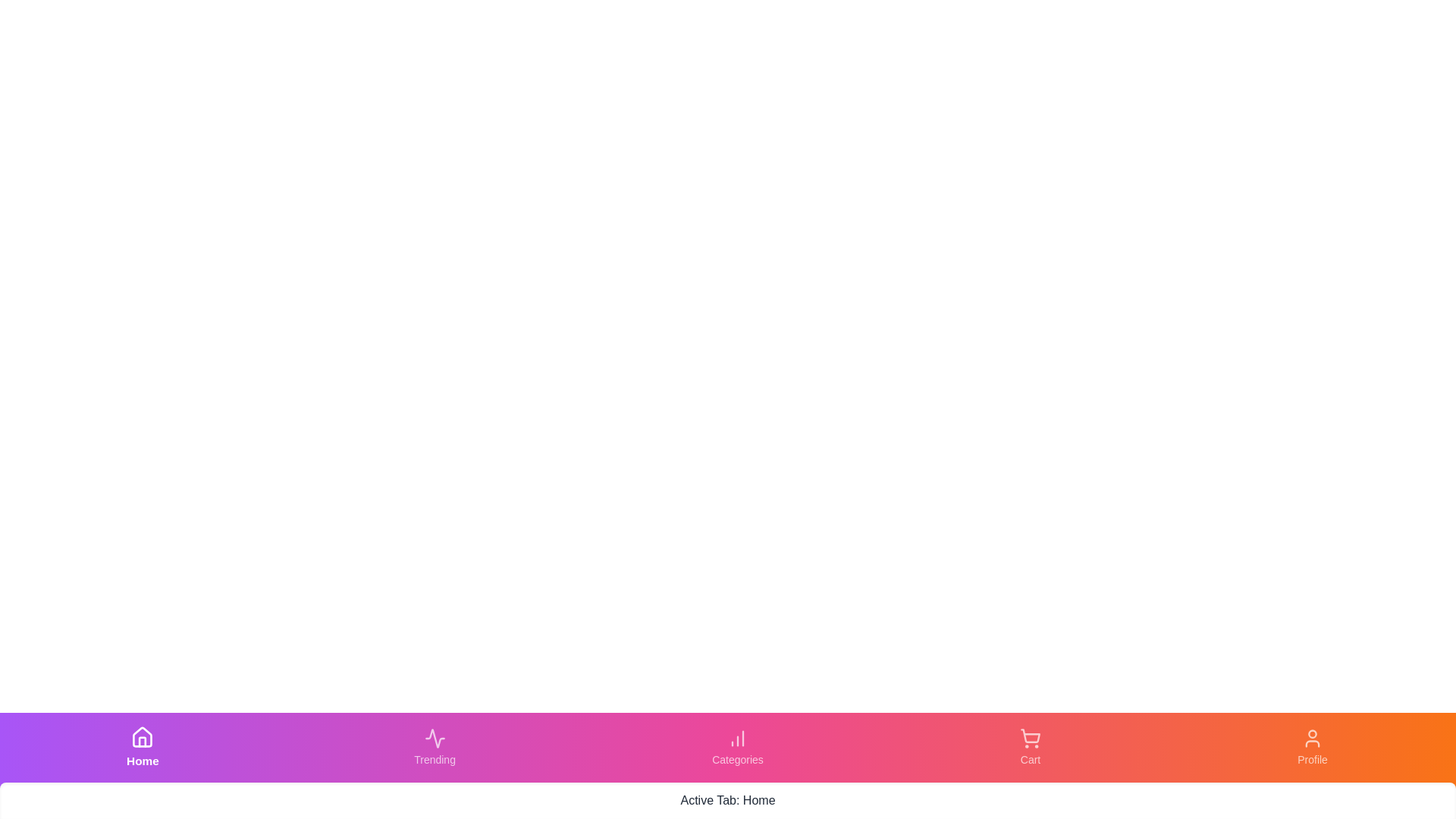 The image size is (1456, 819). I want to click on the Cart tab to activate it, so click(1030, 747).